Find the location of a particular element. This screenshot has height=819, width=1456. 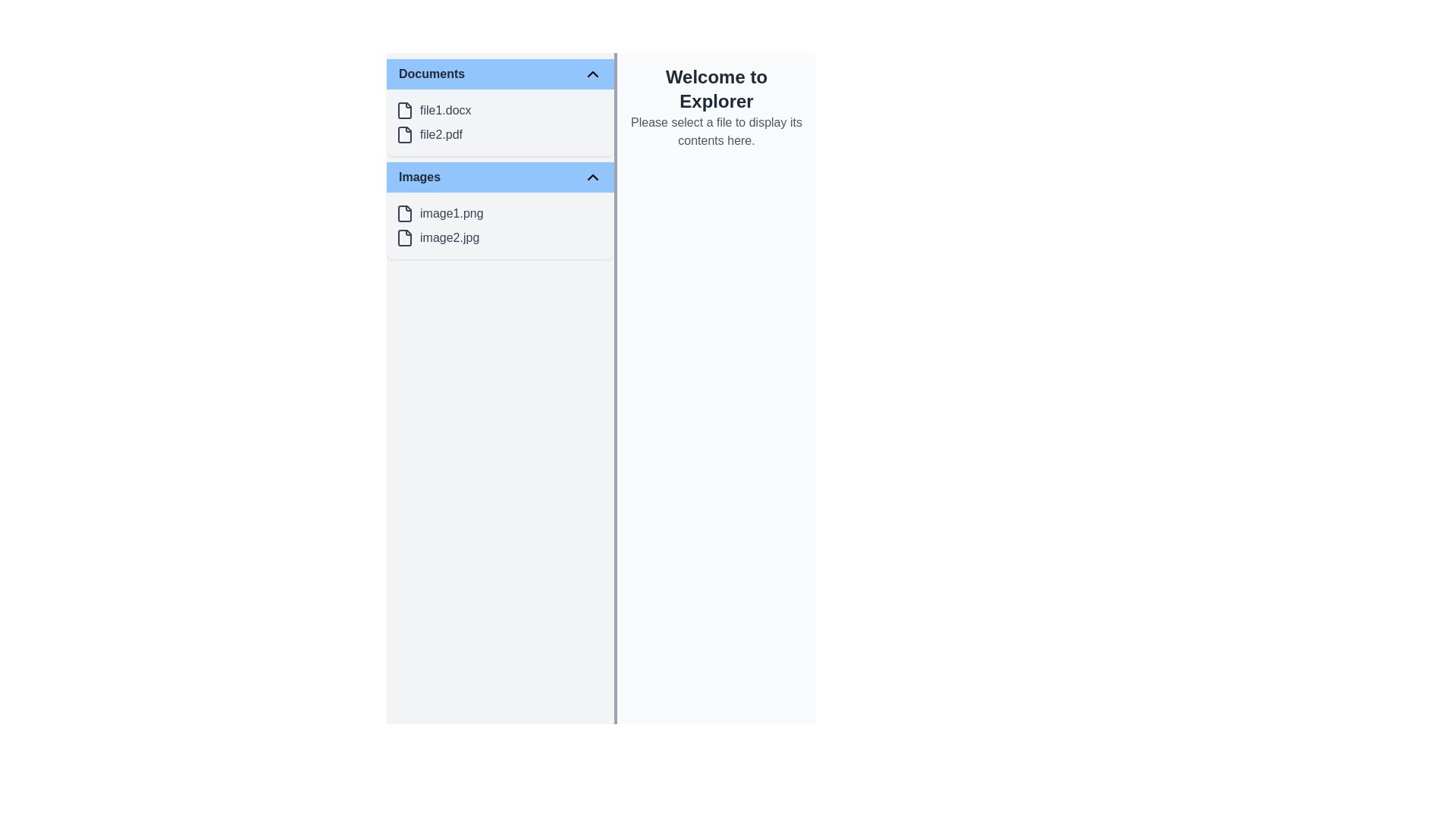

the SVG icon representing the file 'image1.png' in the 'Images' section of the sidebar is located at coordinates (404, 213).